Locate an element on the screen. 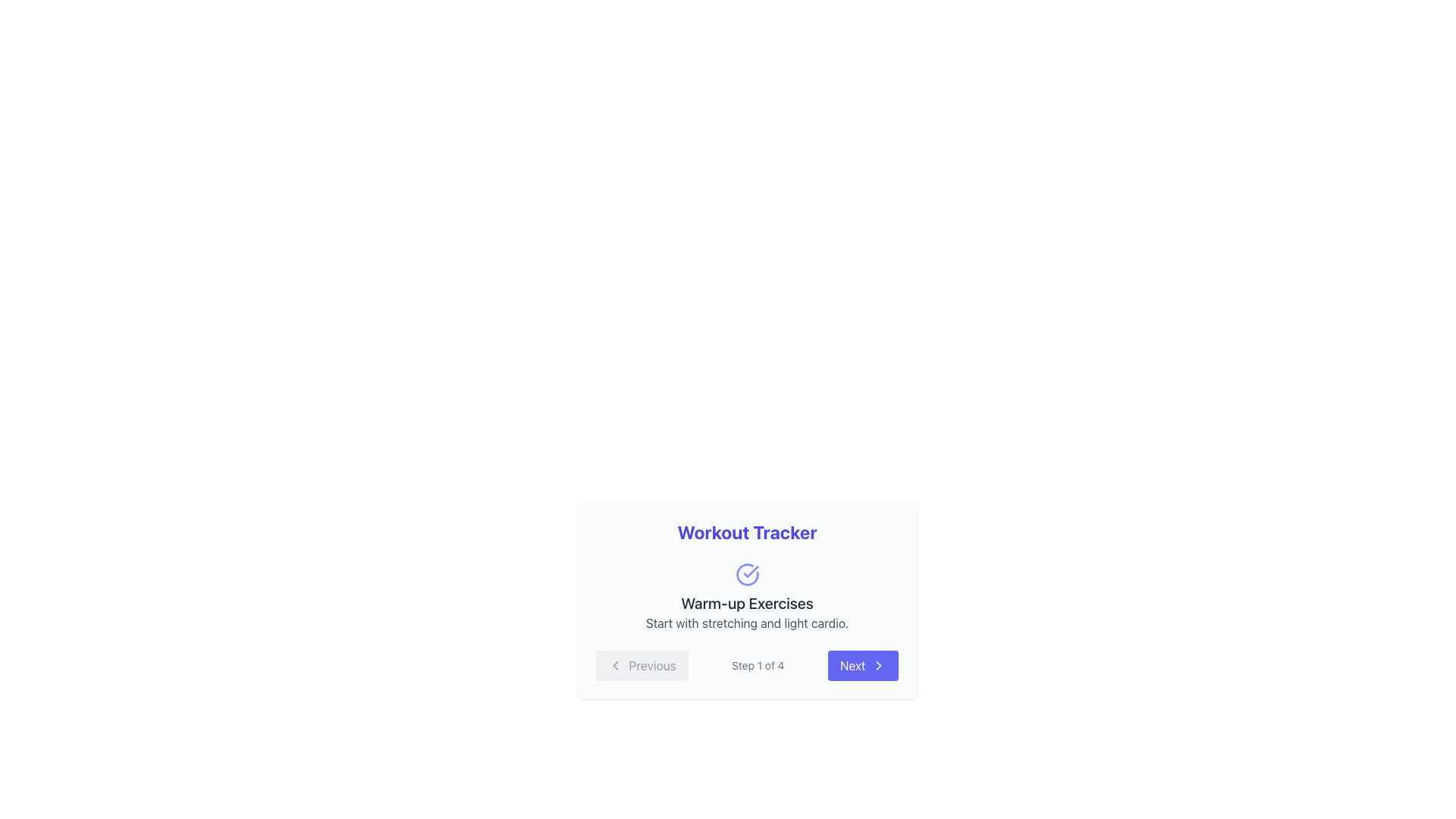 The height and width of the screenshot is (819, 1456). text from the text block that informs the user about the current step of the workout routine related to warm-up exercises, which is located below the 'Workout Tracker' heading and above the navigation controls is located at coordinates (747, 596).